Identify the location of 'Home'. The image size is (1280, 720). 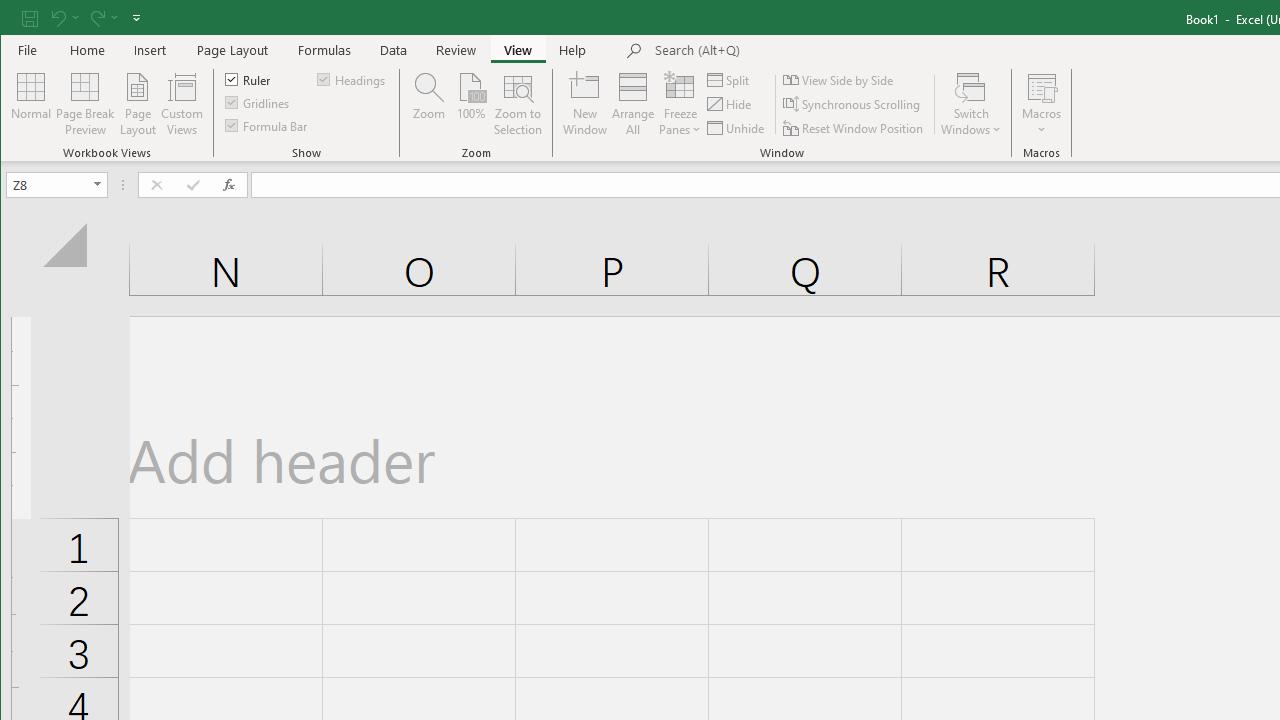
(86, 49).